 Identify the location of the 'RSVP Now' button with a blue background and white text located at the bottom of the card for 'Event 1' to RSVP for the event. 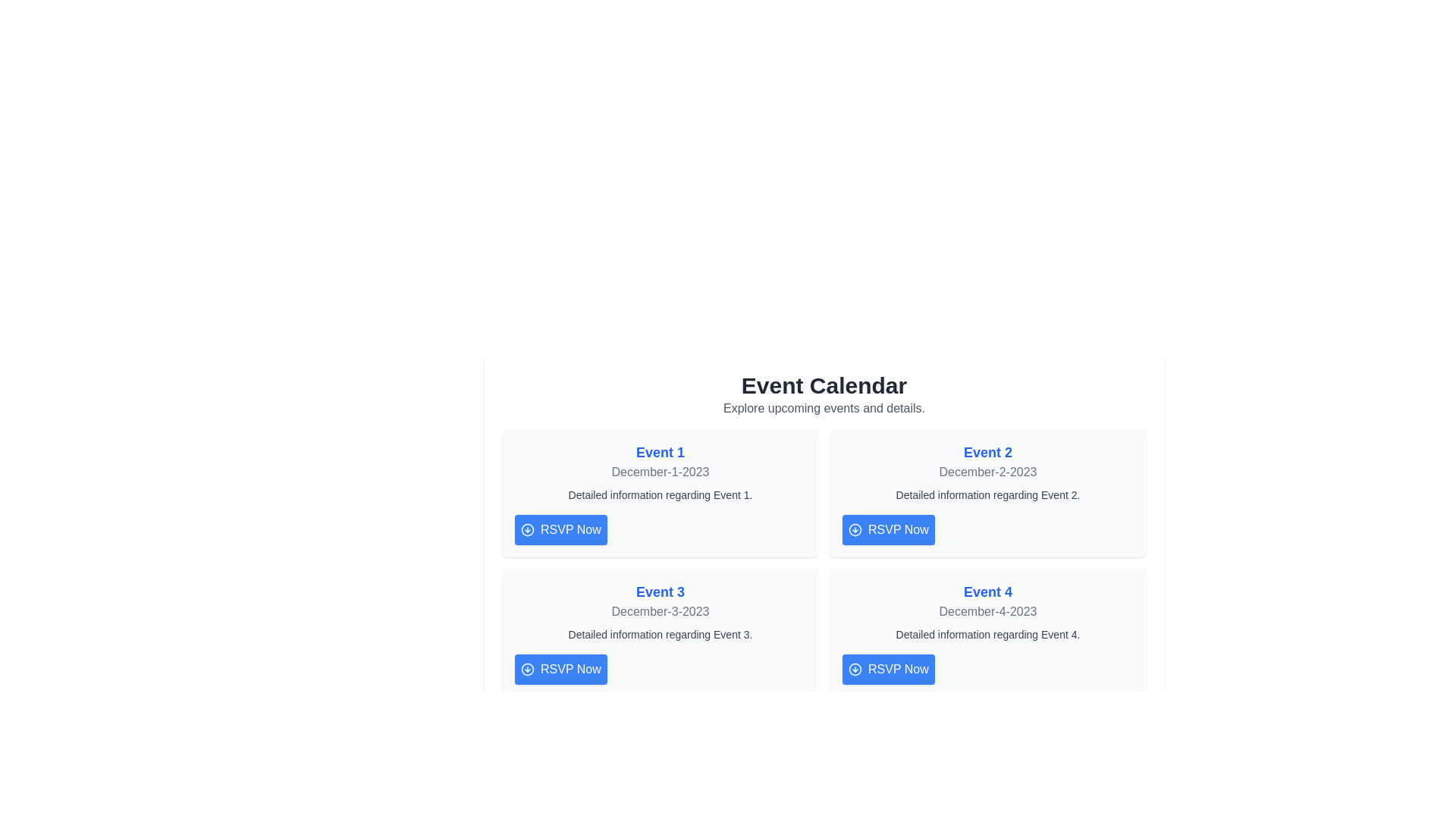
(560, 529).